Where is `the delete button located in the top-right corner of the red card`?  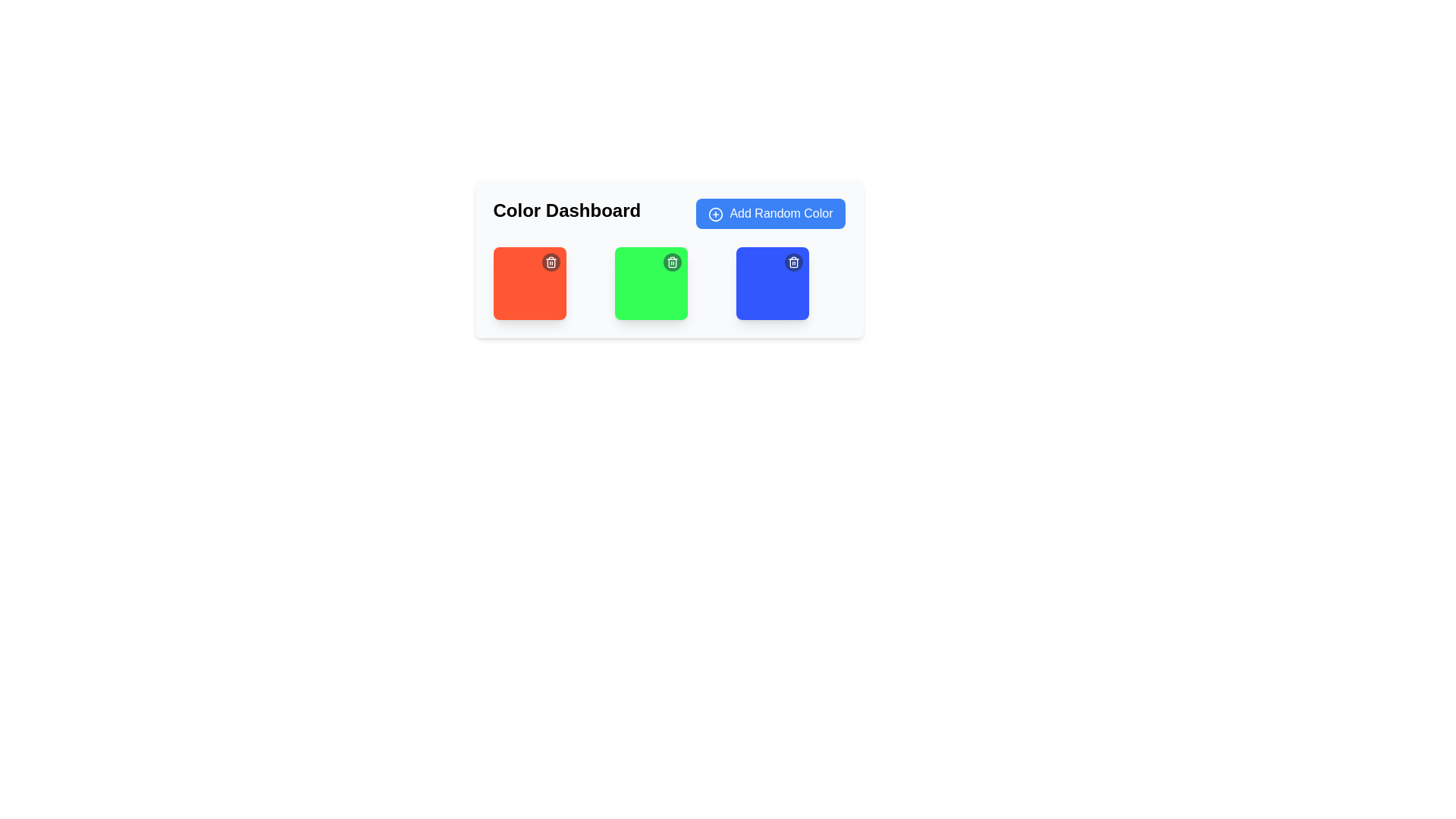 the delete button located in the top-right corner of the red card is located at coordinates (550, 262).